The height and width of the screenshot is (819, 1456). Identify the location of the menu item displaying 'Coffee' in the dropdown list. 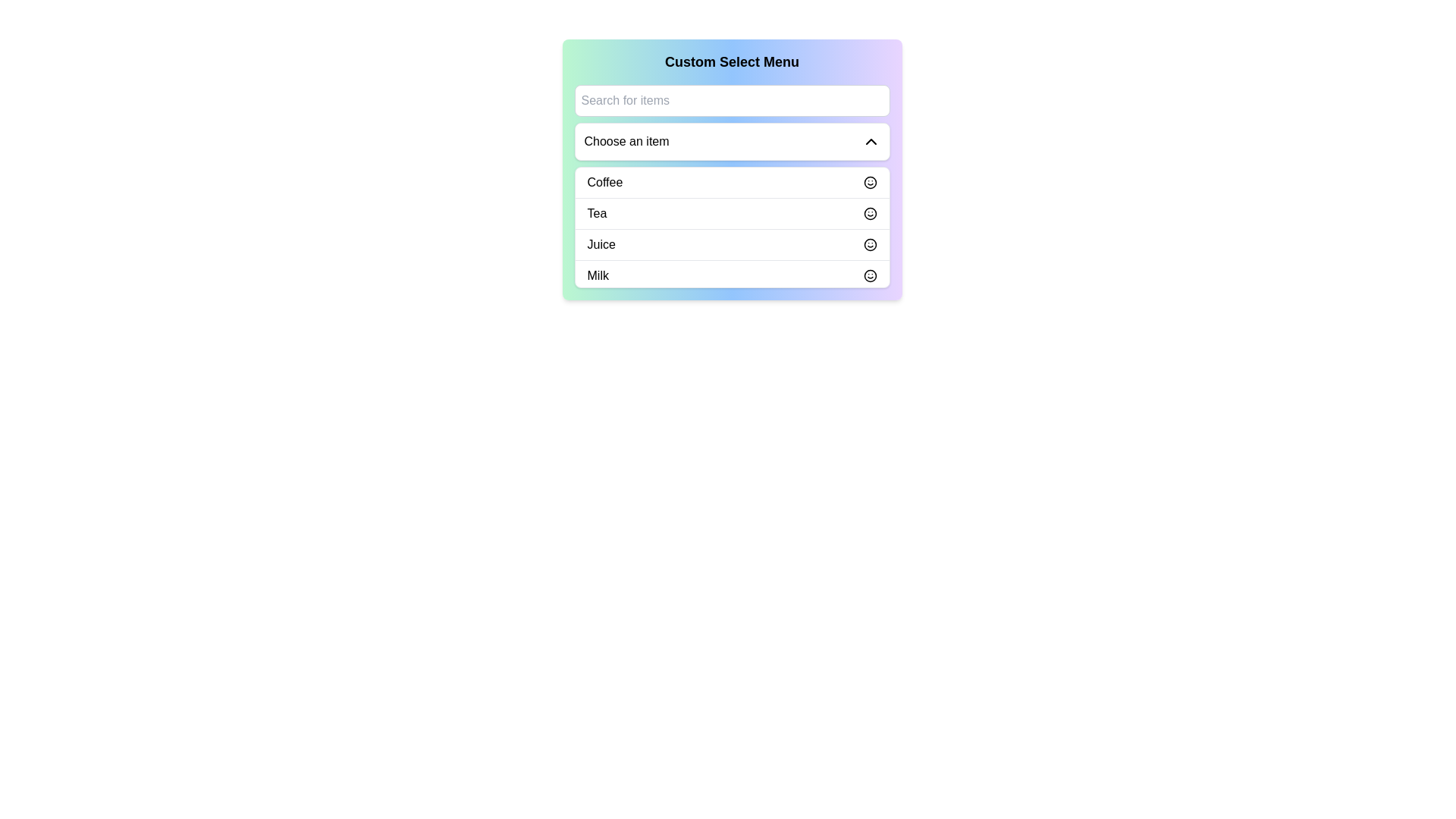
(604, 181).